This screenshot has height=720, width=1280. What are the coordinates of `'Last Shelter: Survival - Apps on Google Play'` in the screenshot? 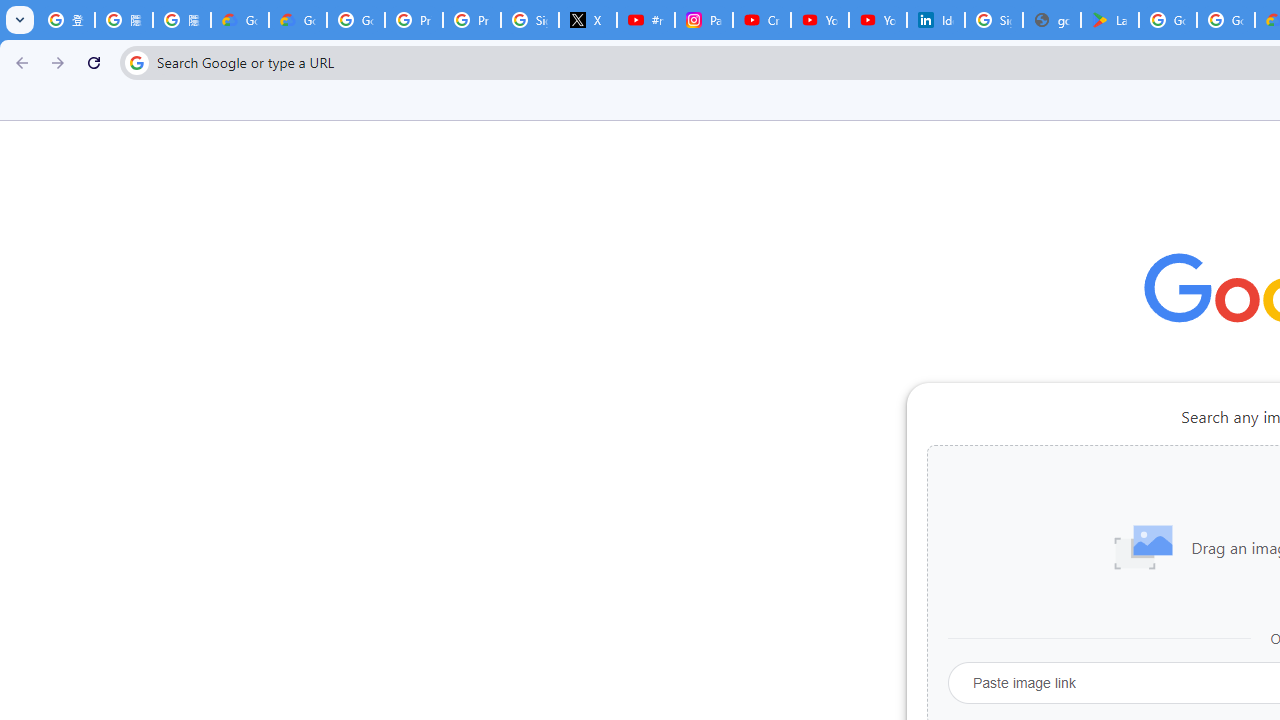 It's located at (1109, 20).